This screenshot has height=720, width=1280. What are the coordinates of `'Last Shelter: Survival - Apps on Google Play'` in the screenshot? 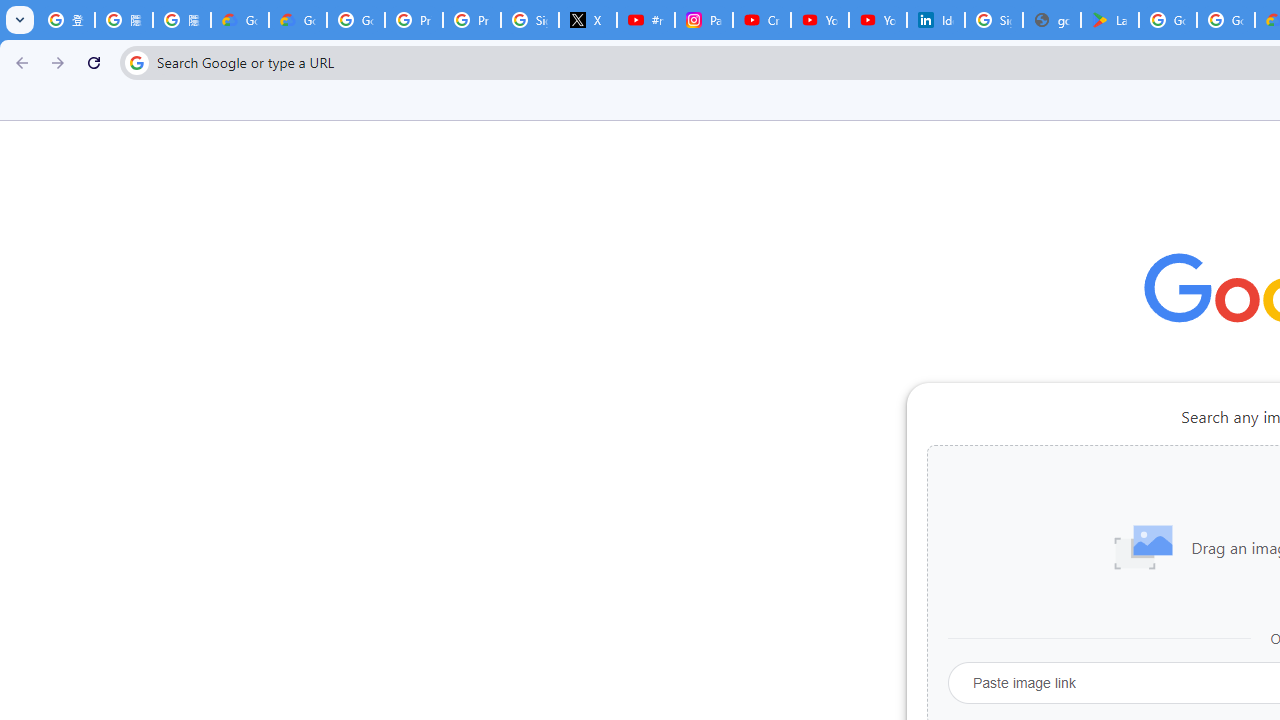 It's located at (1109, 20).